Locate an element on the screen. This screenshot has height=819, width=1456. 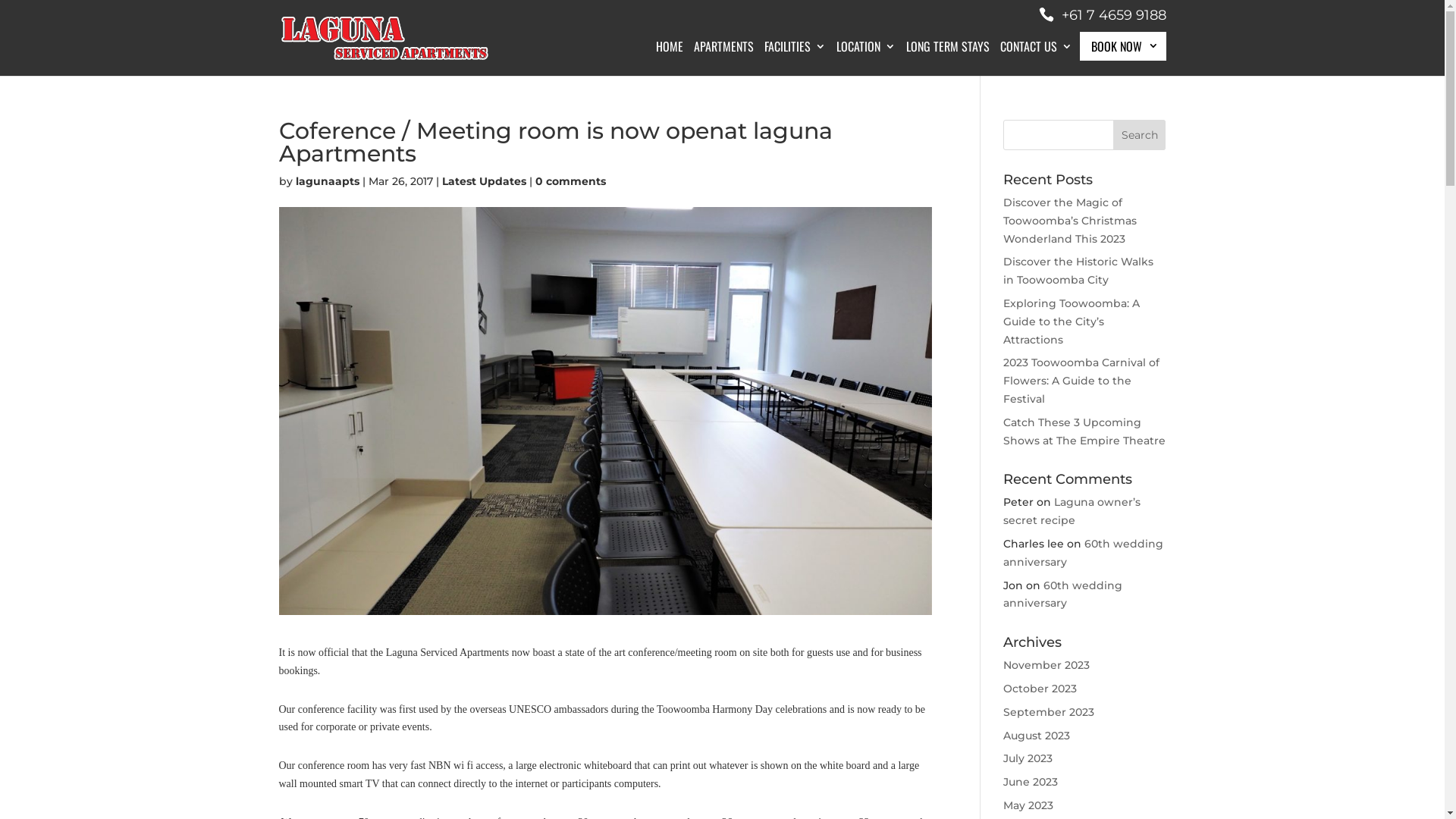
'October 2023' is located at coordinates (1003, 688).